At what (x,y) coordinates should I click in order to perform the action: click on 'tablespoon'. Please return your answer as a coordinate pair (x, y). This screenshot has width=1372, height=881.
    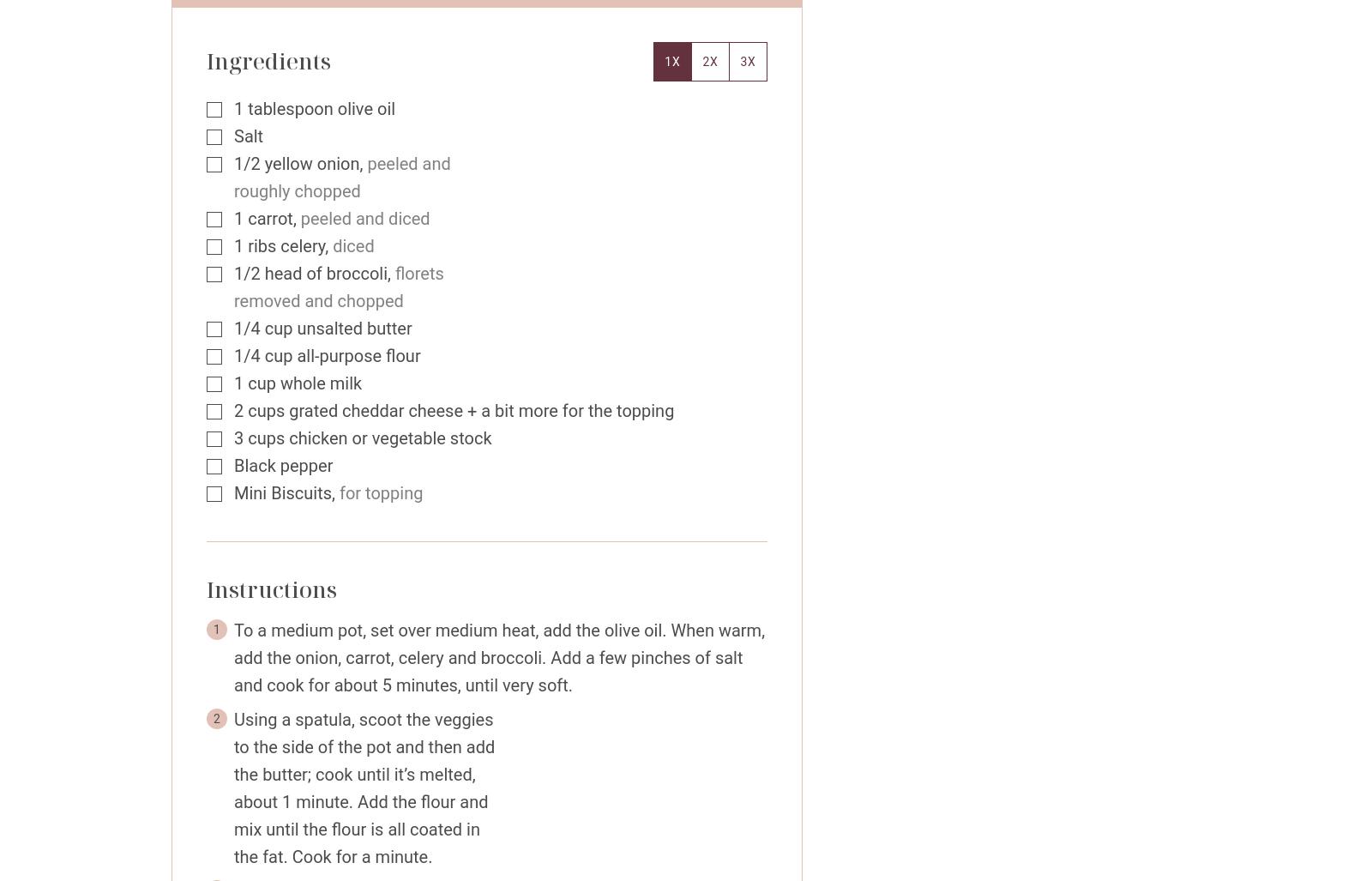
    Looking at the image, I should click on (290, 108).